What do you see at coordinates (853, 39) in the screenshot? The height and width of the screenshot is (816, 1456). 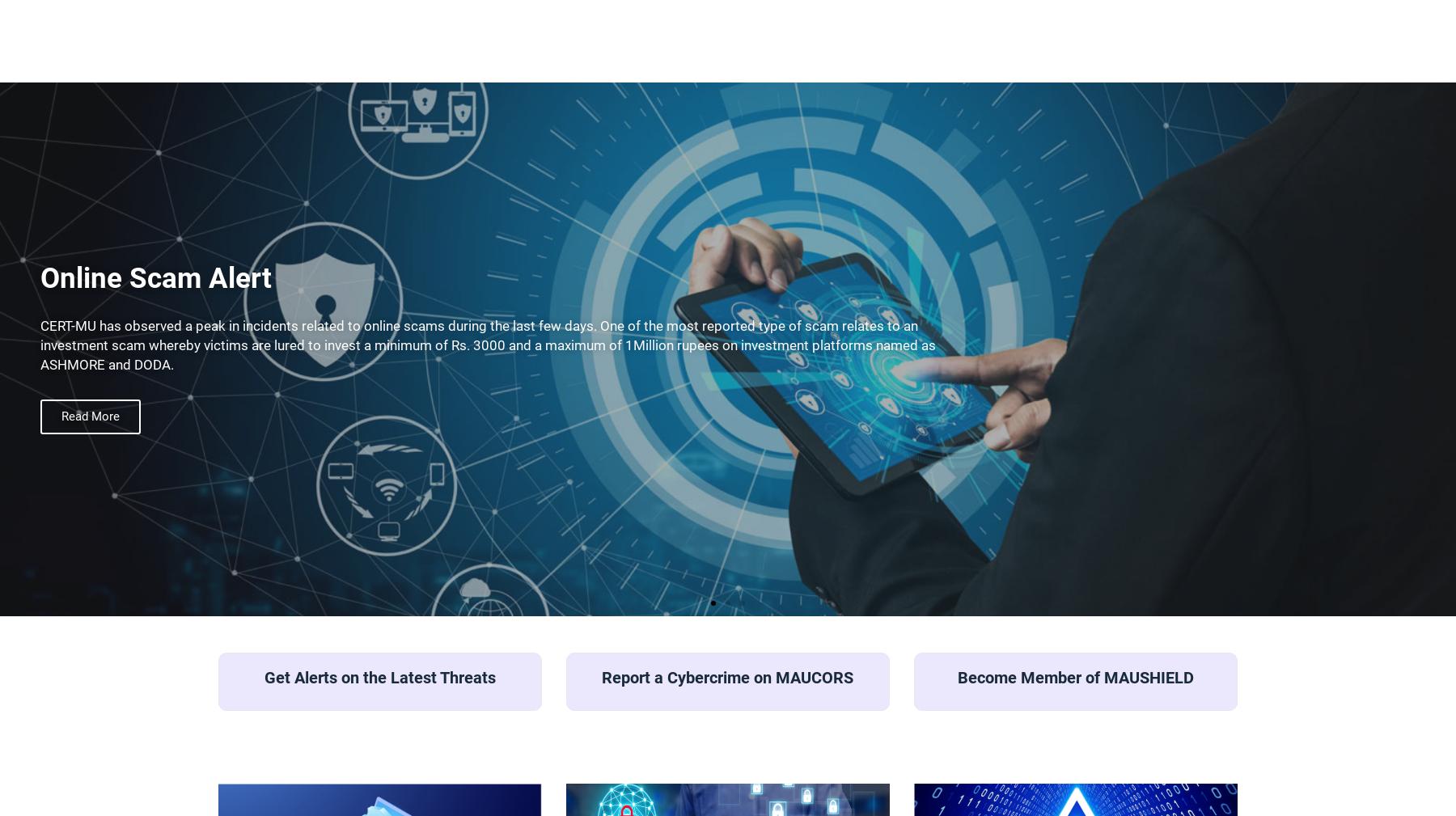 I see `'About Us'` at bounding box center [853, 39].